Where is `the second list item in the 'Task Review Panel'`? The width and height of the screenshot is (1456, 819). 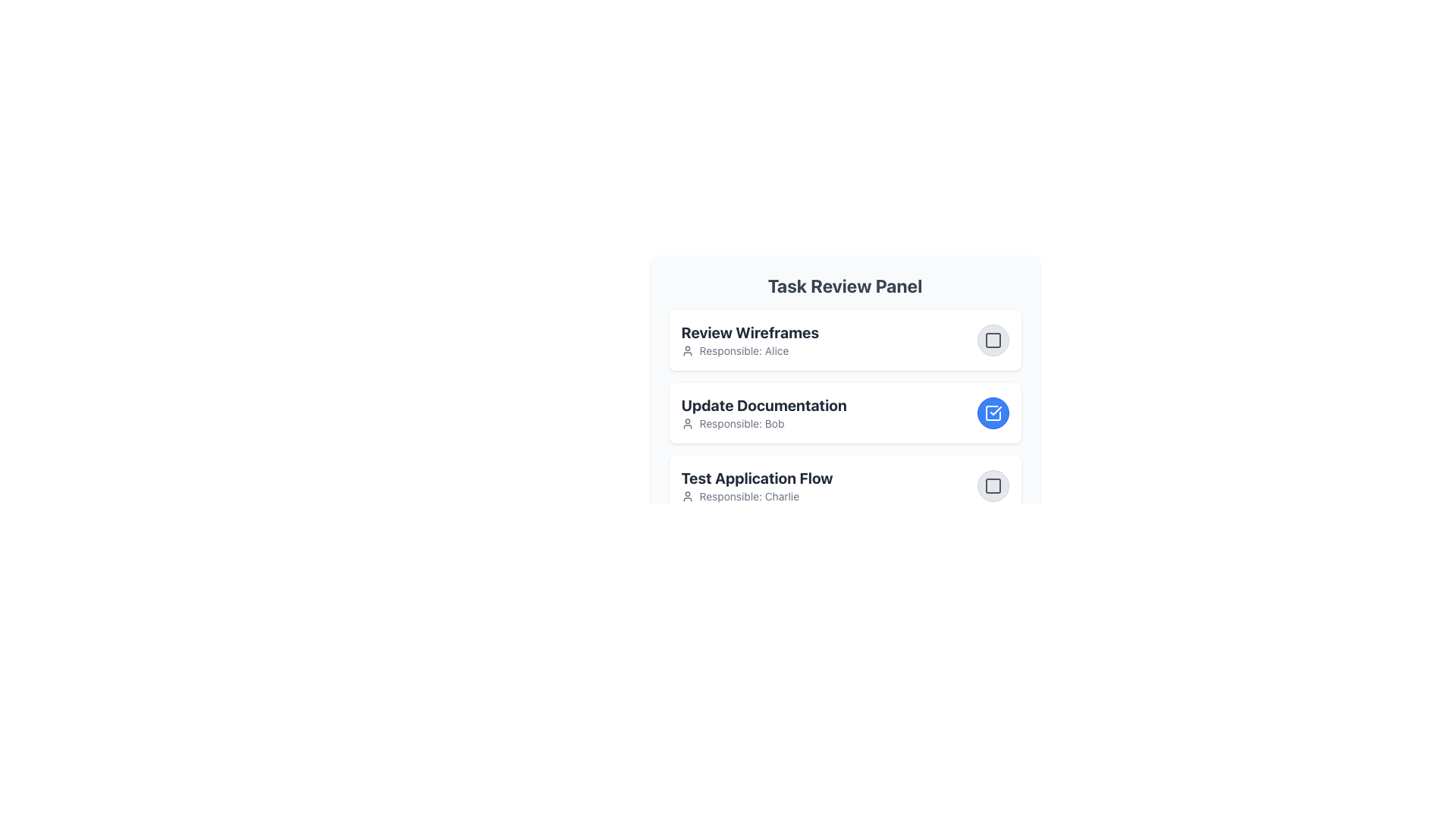
the second list item in the 'Task Review Panel' is located at coordinates (844, 413).